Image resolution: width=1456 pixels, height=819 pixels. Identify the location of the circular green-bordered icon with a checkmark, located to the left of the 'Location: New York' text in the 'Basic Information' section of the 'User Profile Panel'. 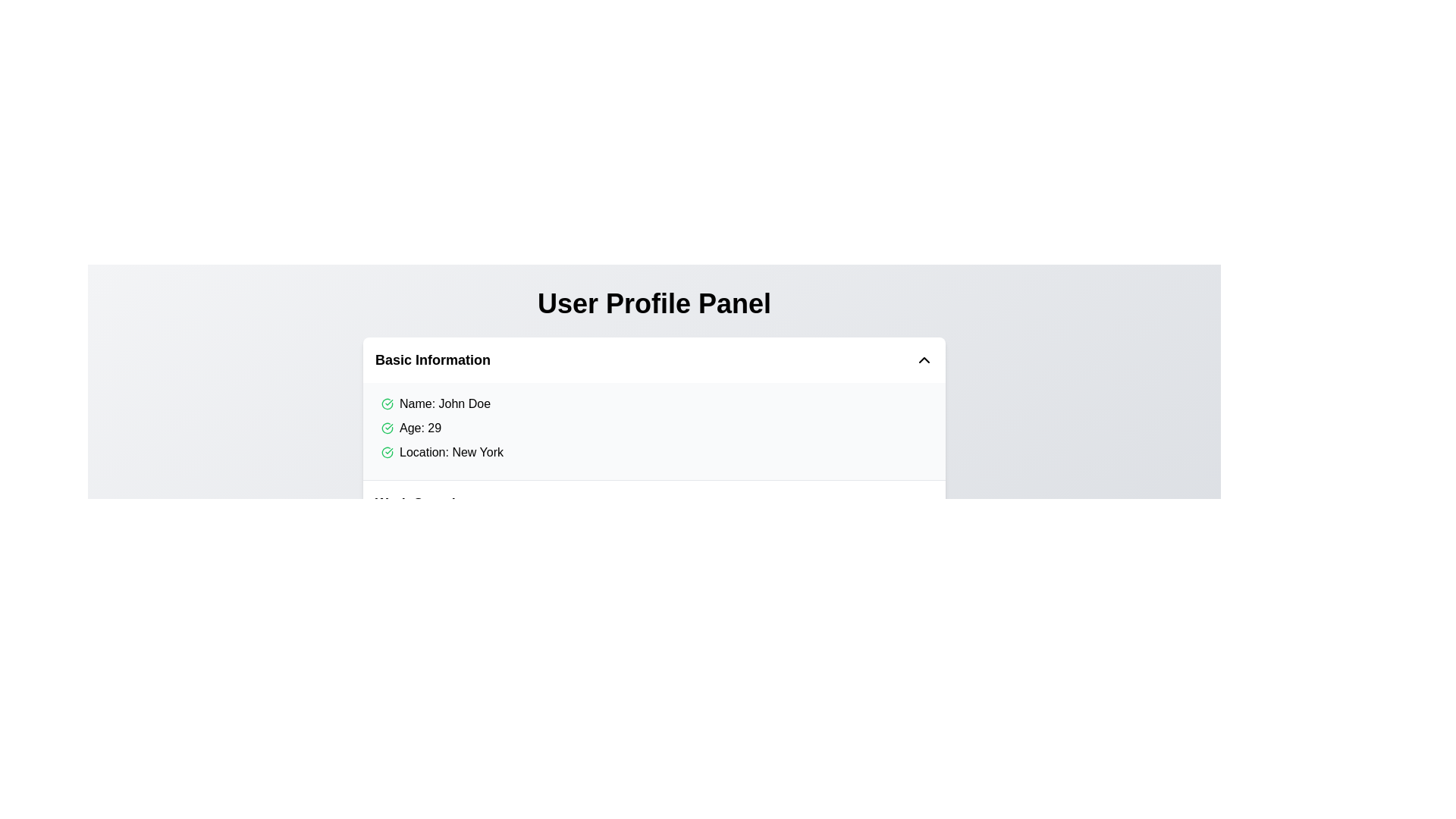
(387, 452).